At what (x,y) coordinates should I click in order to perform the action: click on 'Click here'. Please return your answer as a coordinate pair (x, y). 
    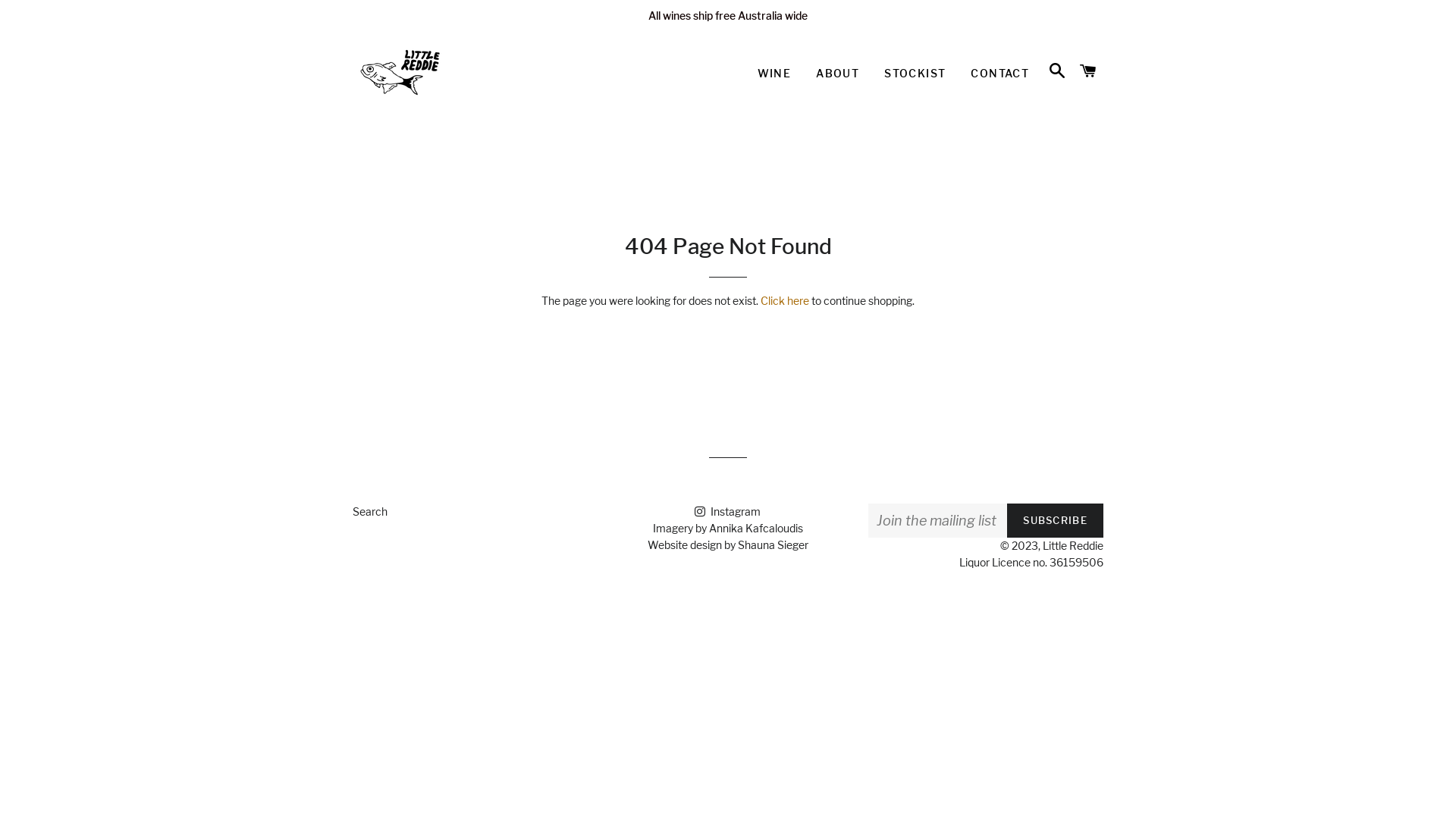
    Looking at the image, I should click on (785, 300).